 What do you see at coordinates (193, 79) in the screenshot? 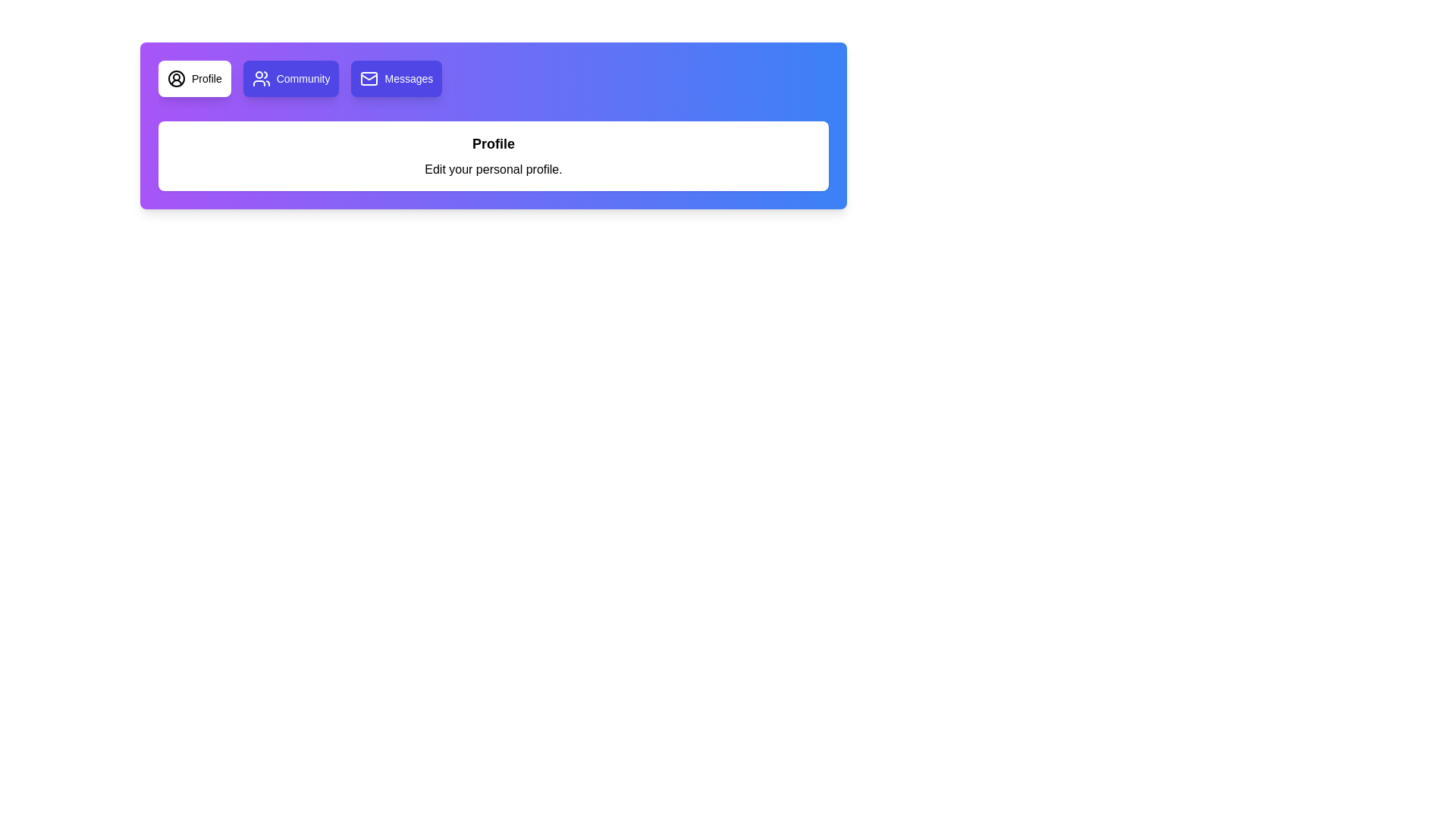
I see `the tab labeled Profile to view its content` at bounding box center [193, 79].